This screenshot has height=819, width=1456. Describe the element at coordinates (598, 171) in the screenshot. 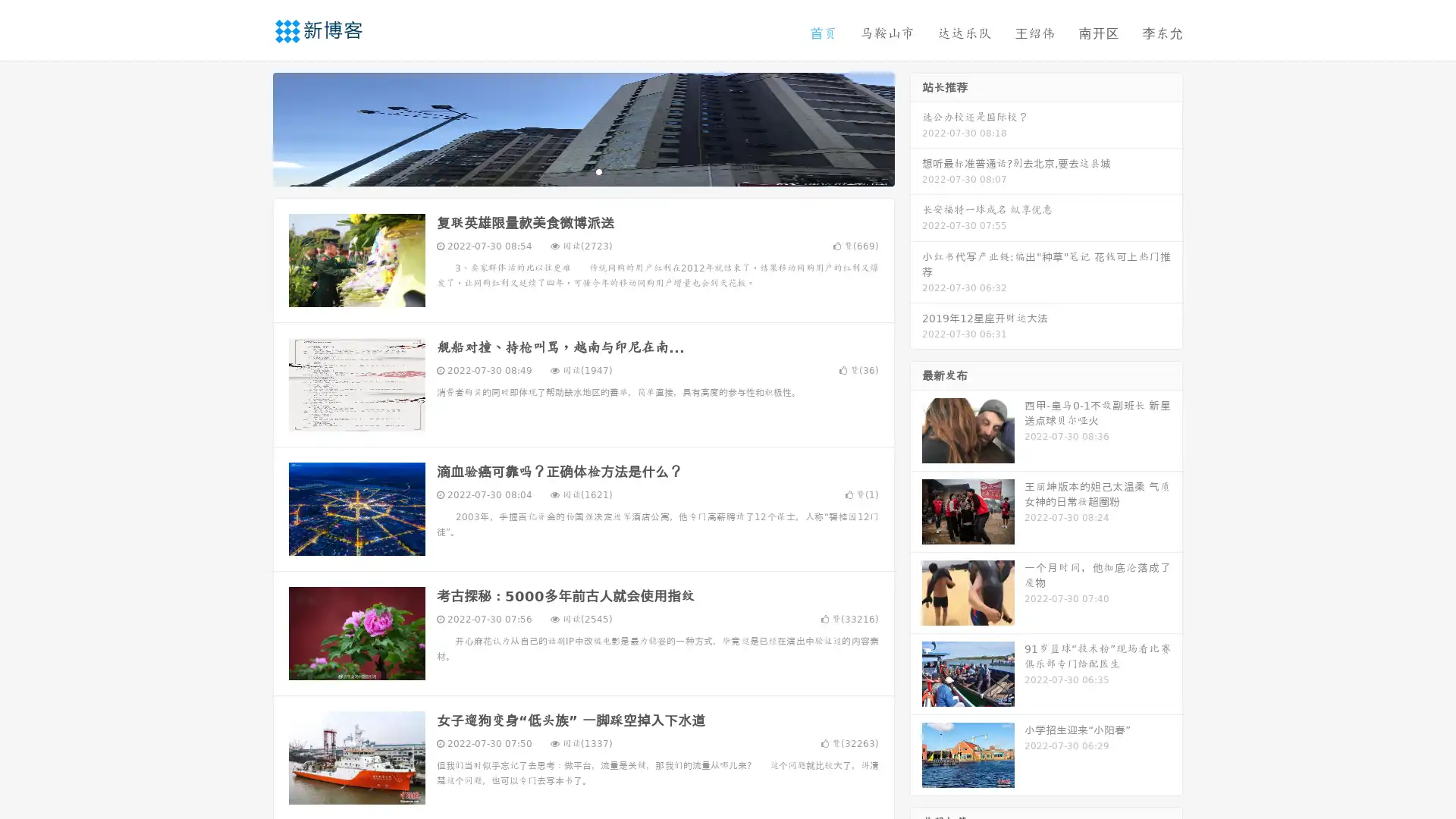

I see `Go to slide 3` at that location.